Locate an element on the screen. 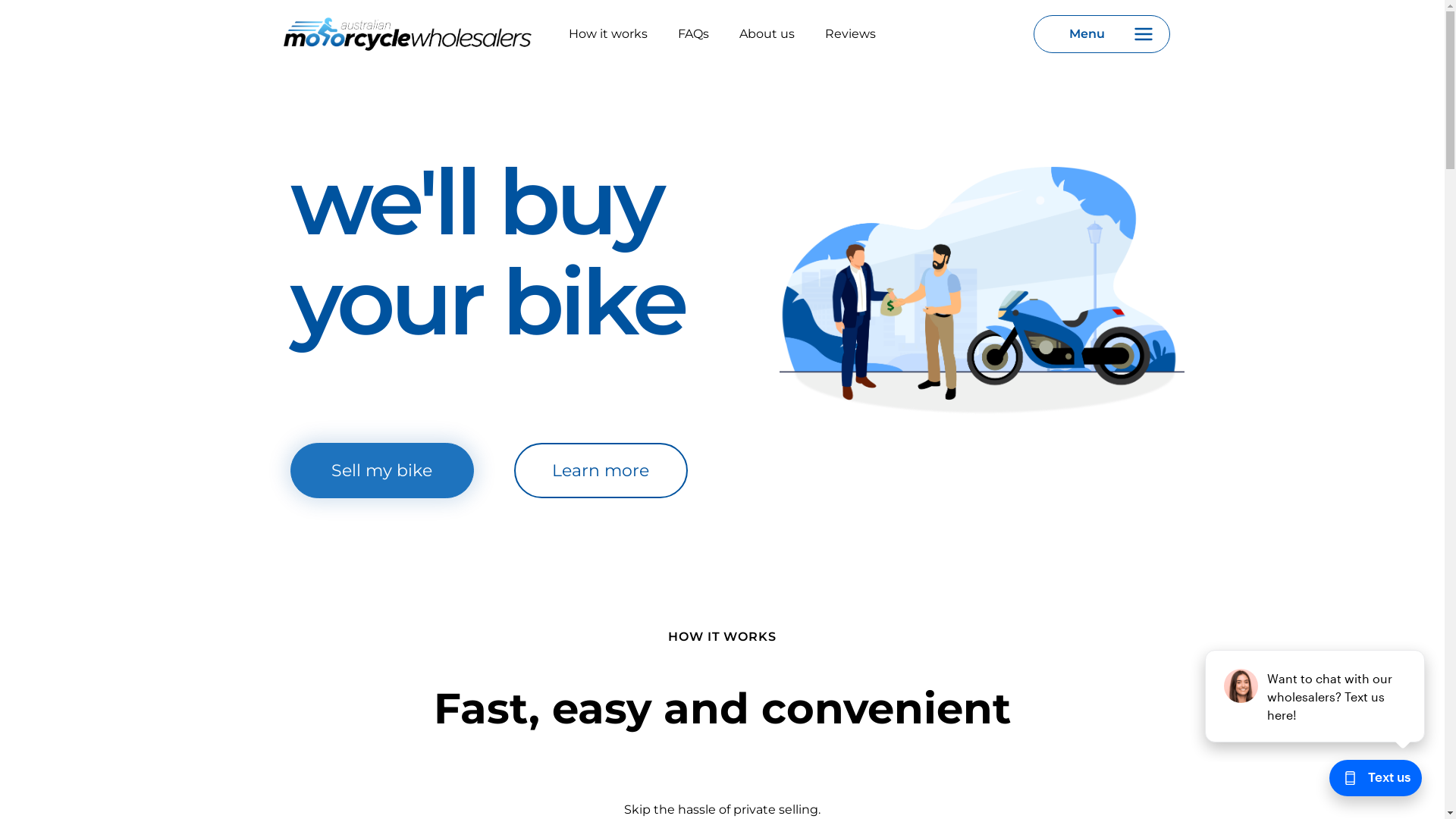 This screenshot has height=819, width=1456. 'Reviews' is located at coordinates (850, 34).